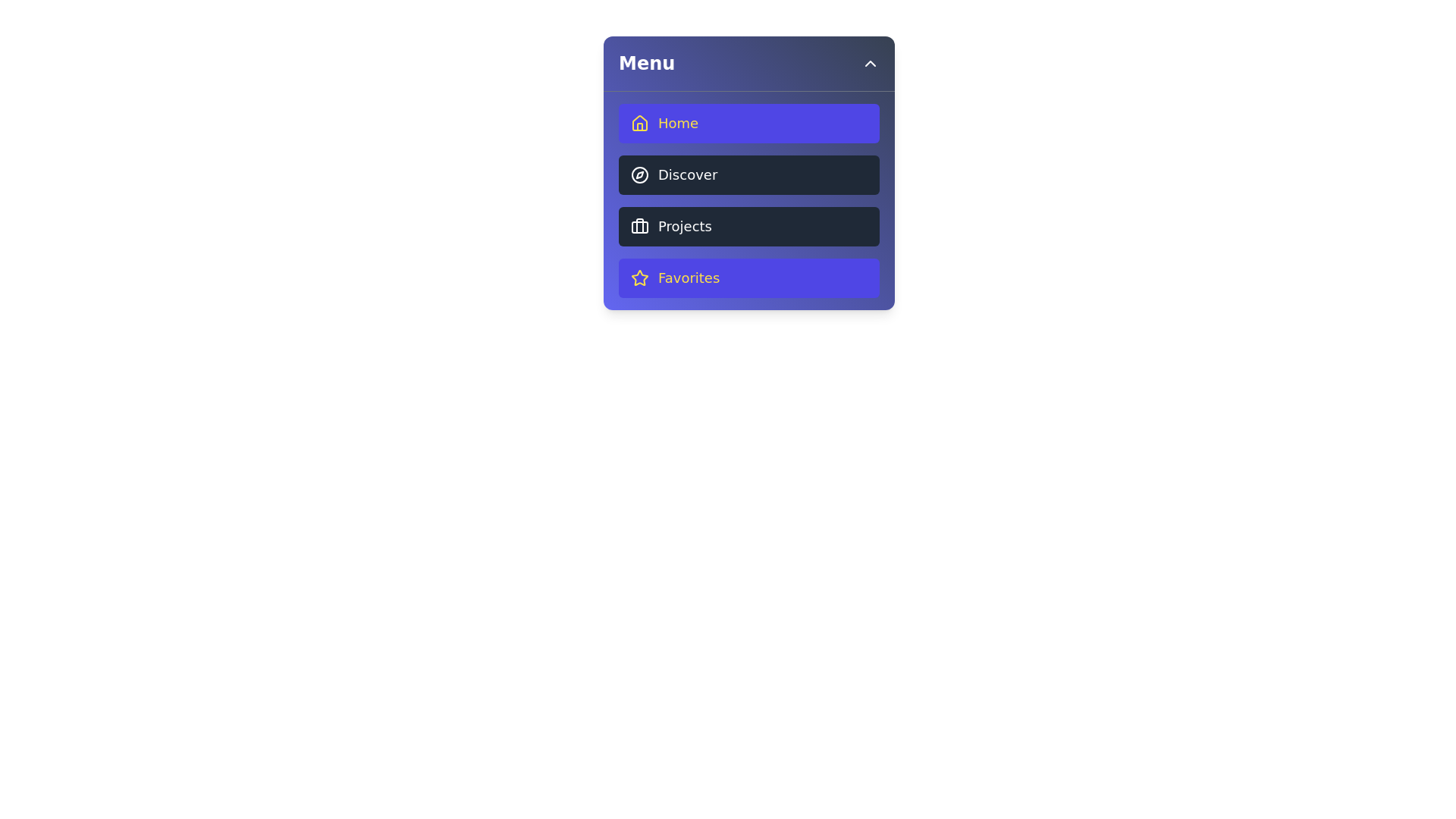 The height and width of the screenshot is (819, 1456). What do you see at coordinates (749, 227) in the screenshot?
I see `the menu item Projects to observe its hover effect` at bounding box center [749, 227].